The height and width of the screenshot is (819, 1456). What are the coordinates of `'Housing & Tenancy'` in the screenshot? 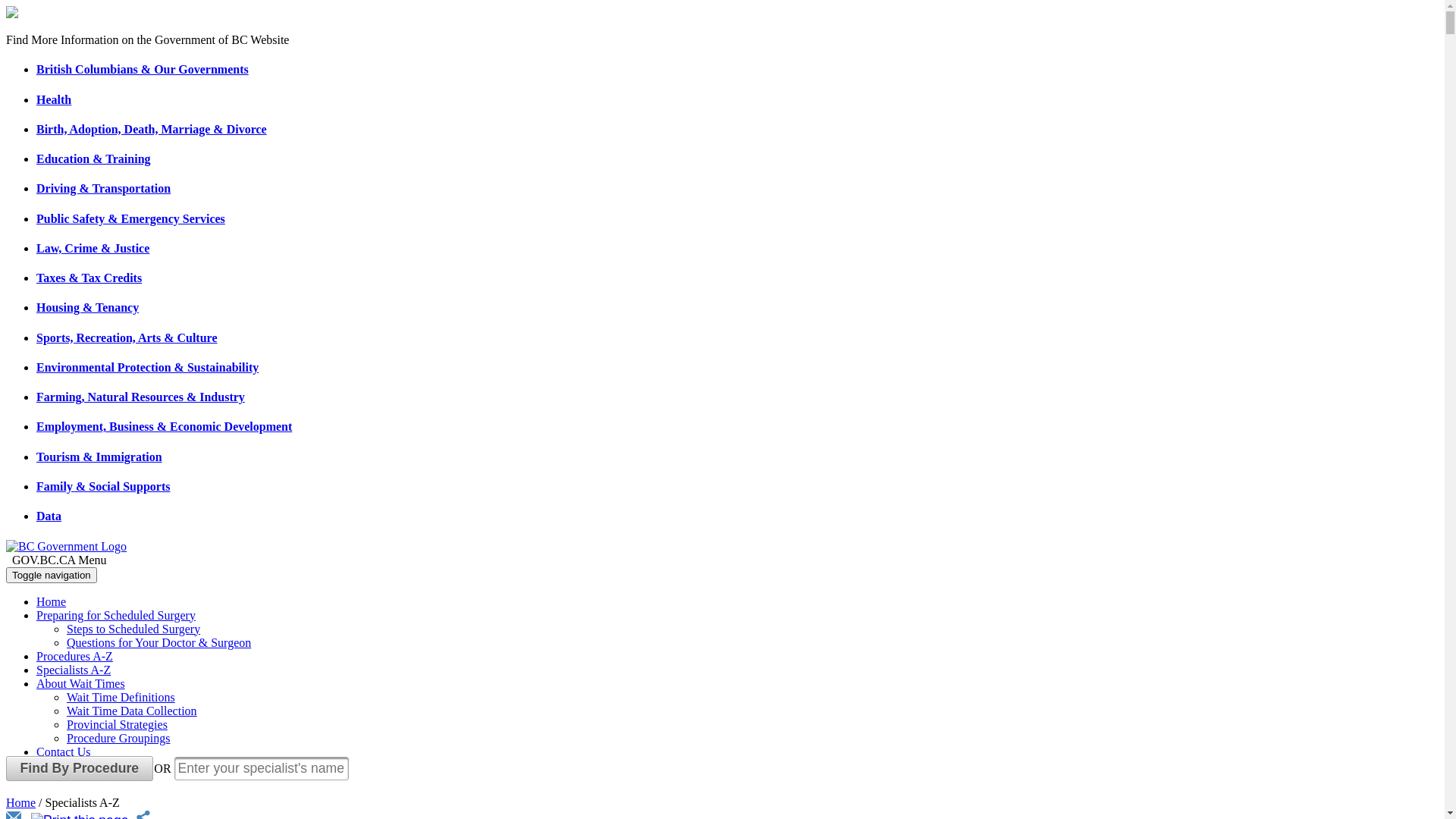 It's located at (86, 307).